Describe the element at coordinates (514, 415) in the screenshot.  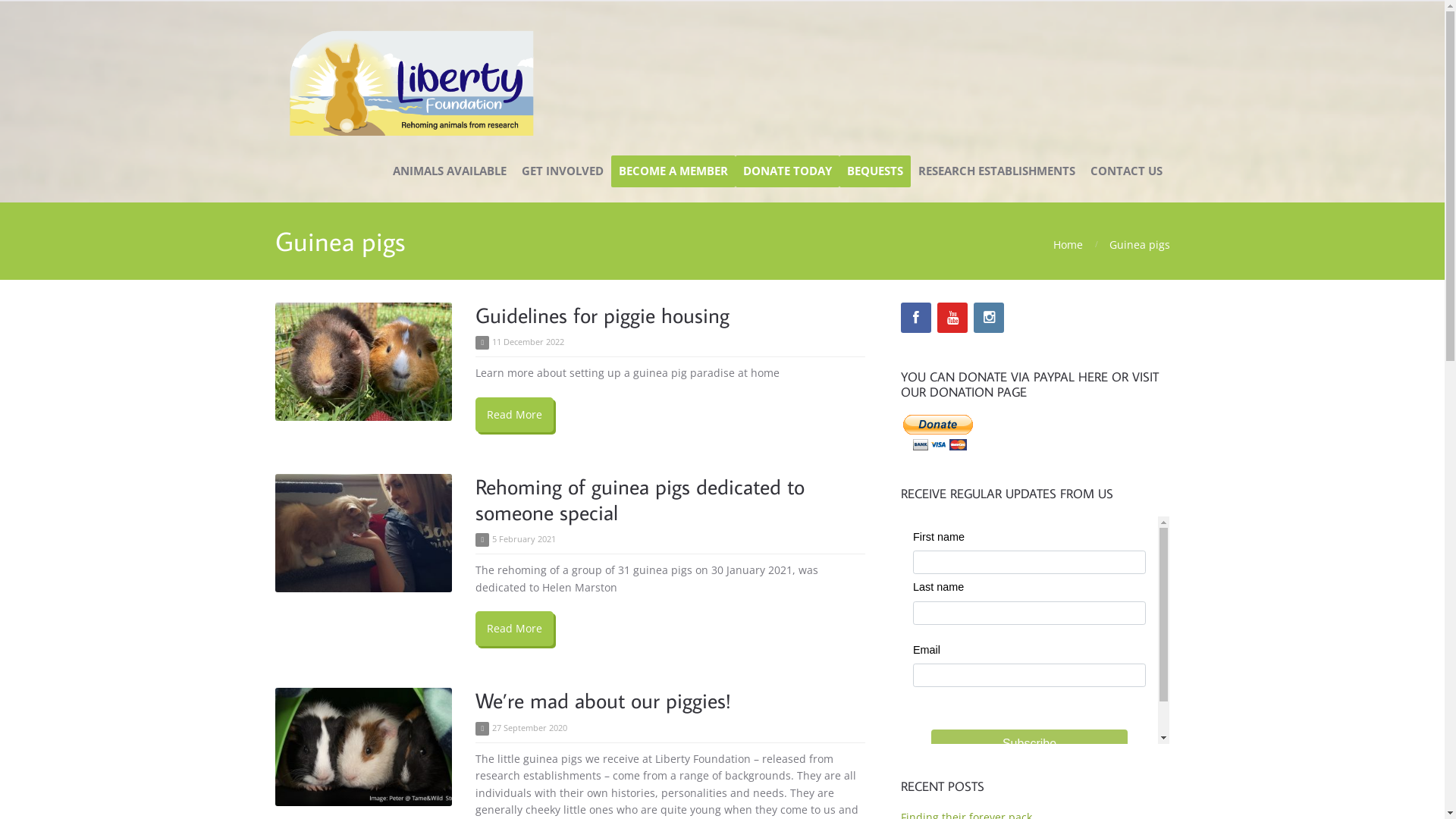
I see `'Read More'` at that location.